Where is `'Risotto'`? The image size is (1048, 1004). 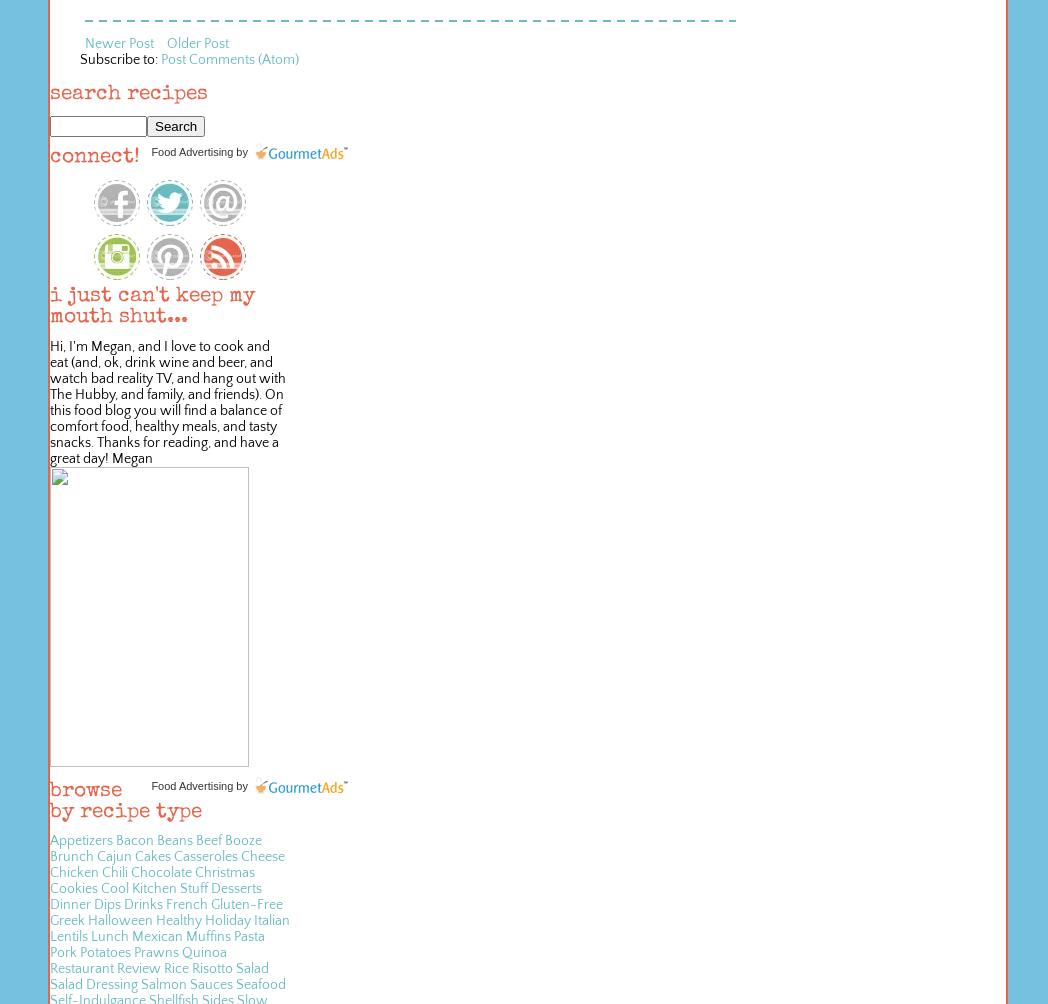 'Risotto' is located at coordinates (211, 967).